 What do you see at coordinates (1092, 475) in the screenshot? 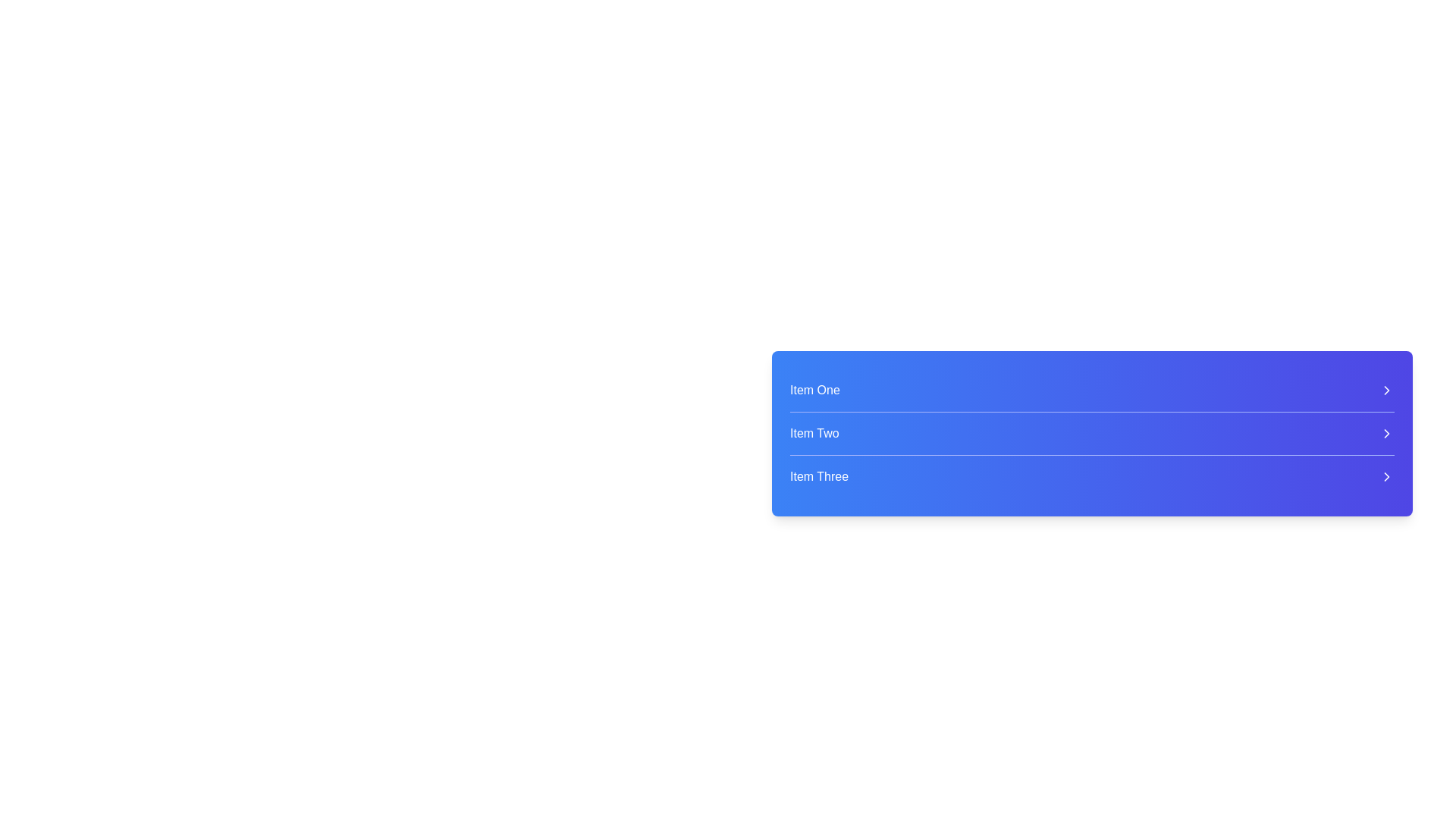
I see `the list item labeled 'Item Three'` at bounding box center [1092, 475].